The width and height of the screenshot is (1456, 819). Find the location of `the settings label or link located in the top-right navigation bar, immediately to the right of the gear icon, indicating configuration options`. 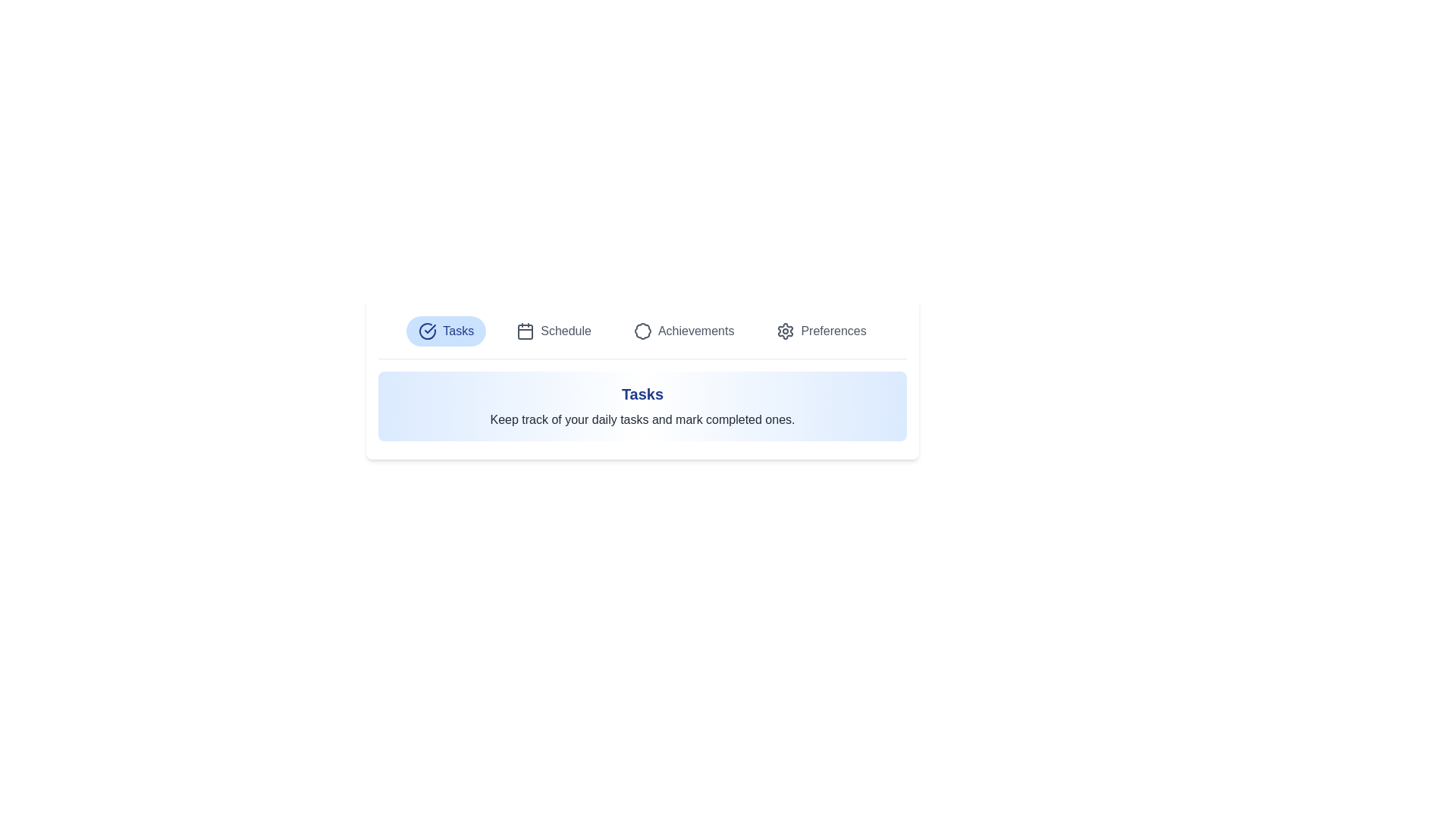

the settings label or link located in the top-right navigation bar, immediately to the right of the gear icon, indicating configuration options is located at coordinates (833, 330).